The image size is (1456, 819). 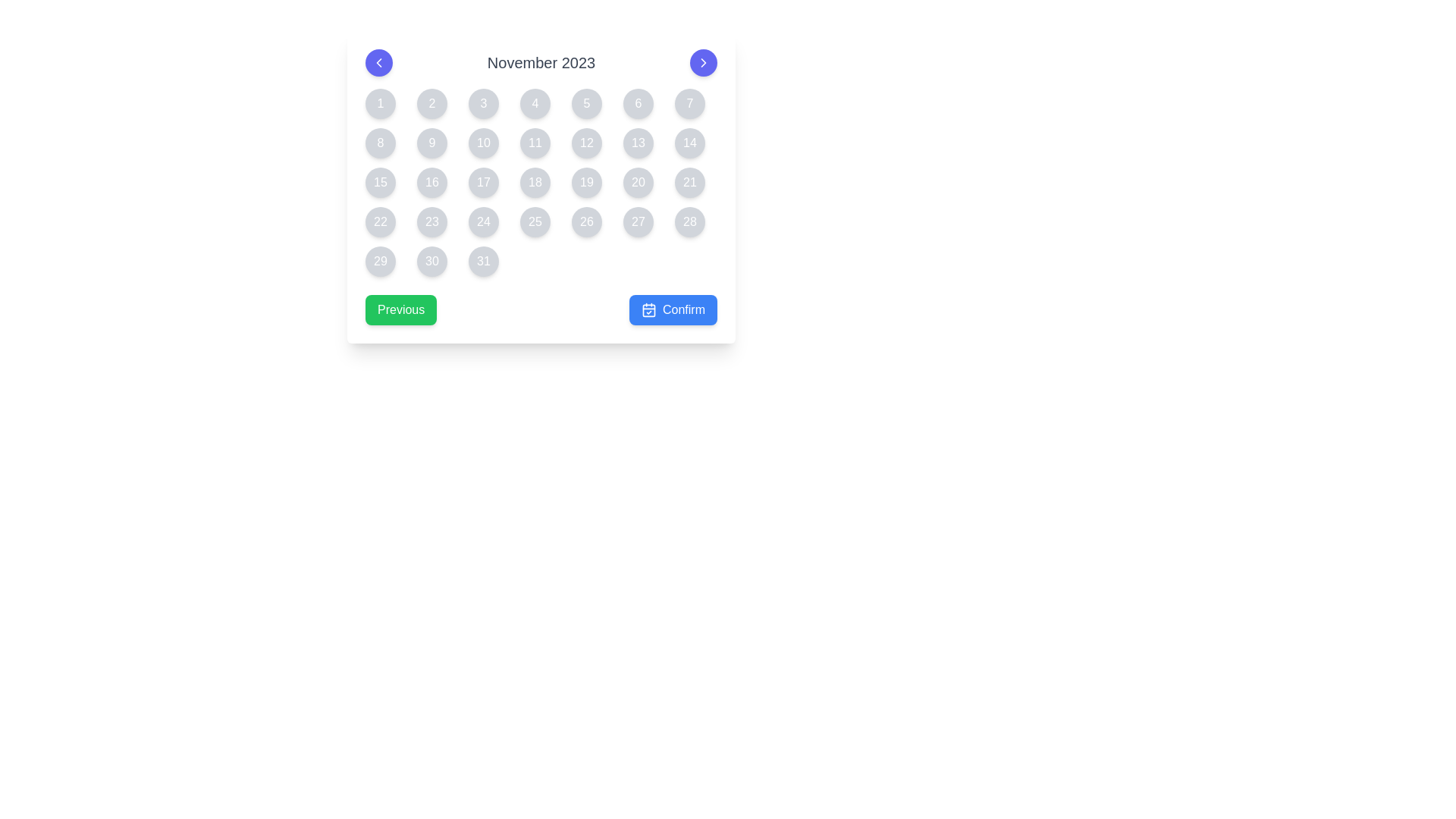 What do you see at coordinates (431, 143) in the screenshot?
I see `the date button labeled '9' in the calendar interface` at bounding box center [431, 143].